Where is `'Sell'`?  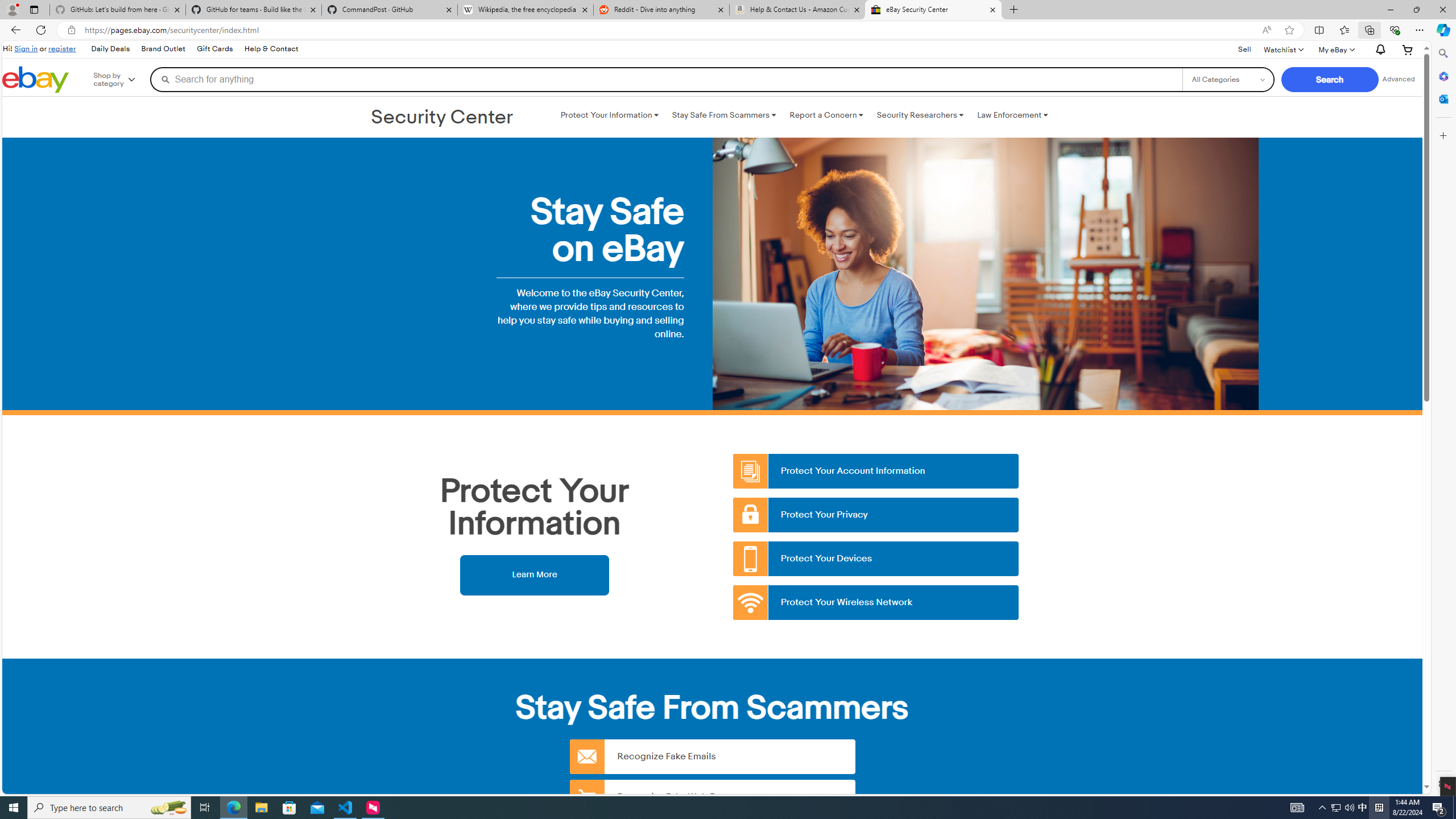
'Sell' is located at coordinates (1244, 49).